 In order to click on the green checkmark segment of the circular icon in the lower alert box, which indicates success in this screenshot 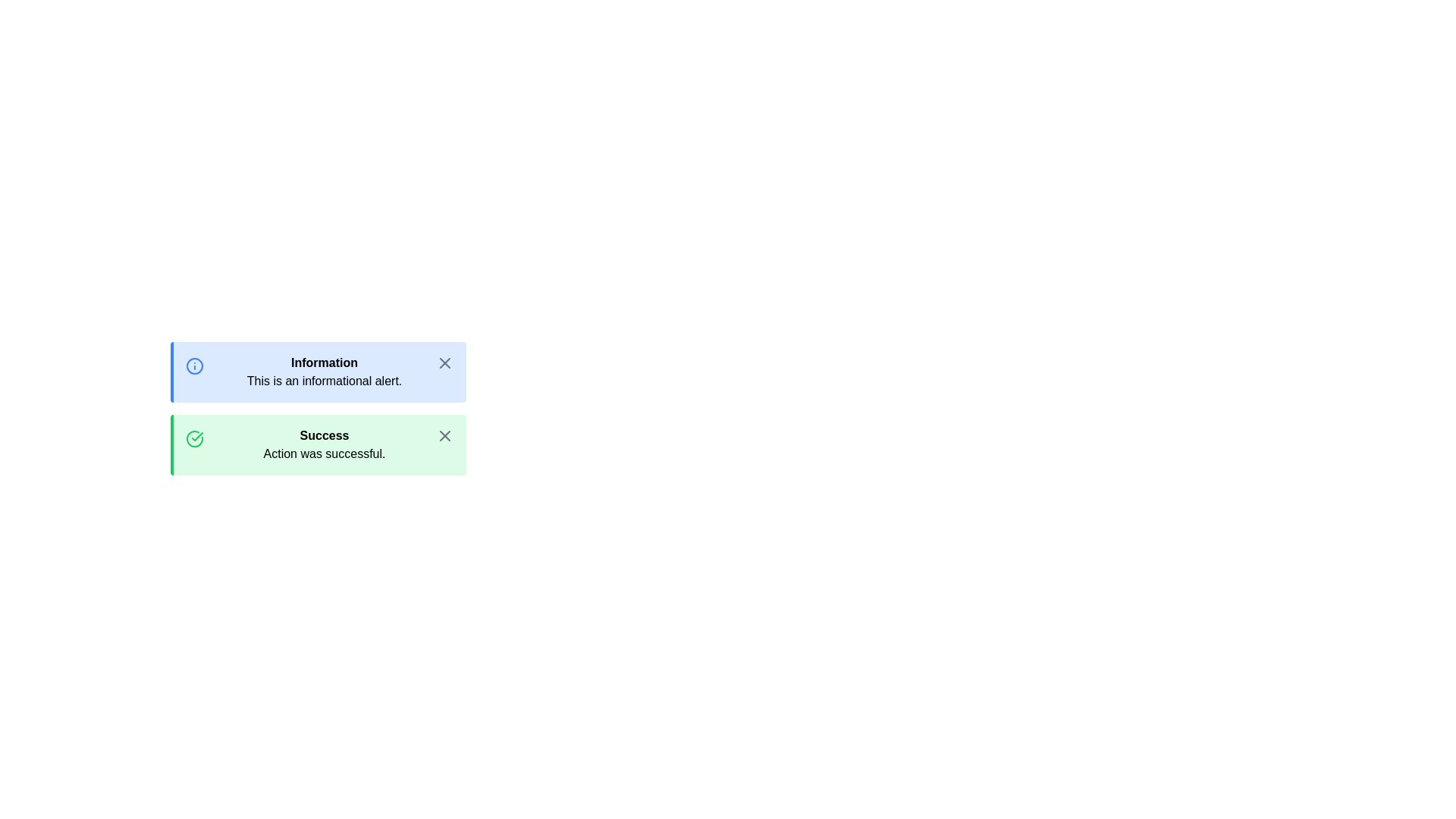, I will do `click(194, 438)`.